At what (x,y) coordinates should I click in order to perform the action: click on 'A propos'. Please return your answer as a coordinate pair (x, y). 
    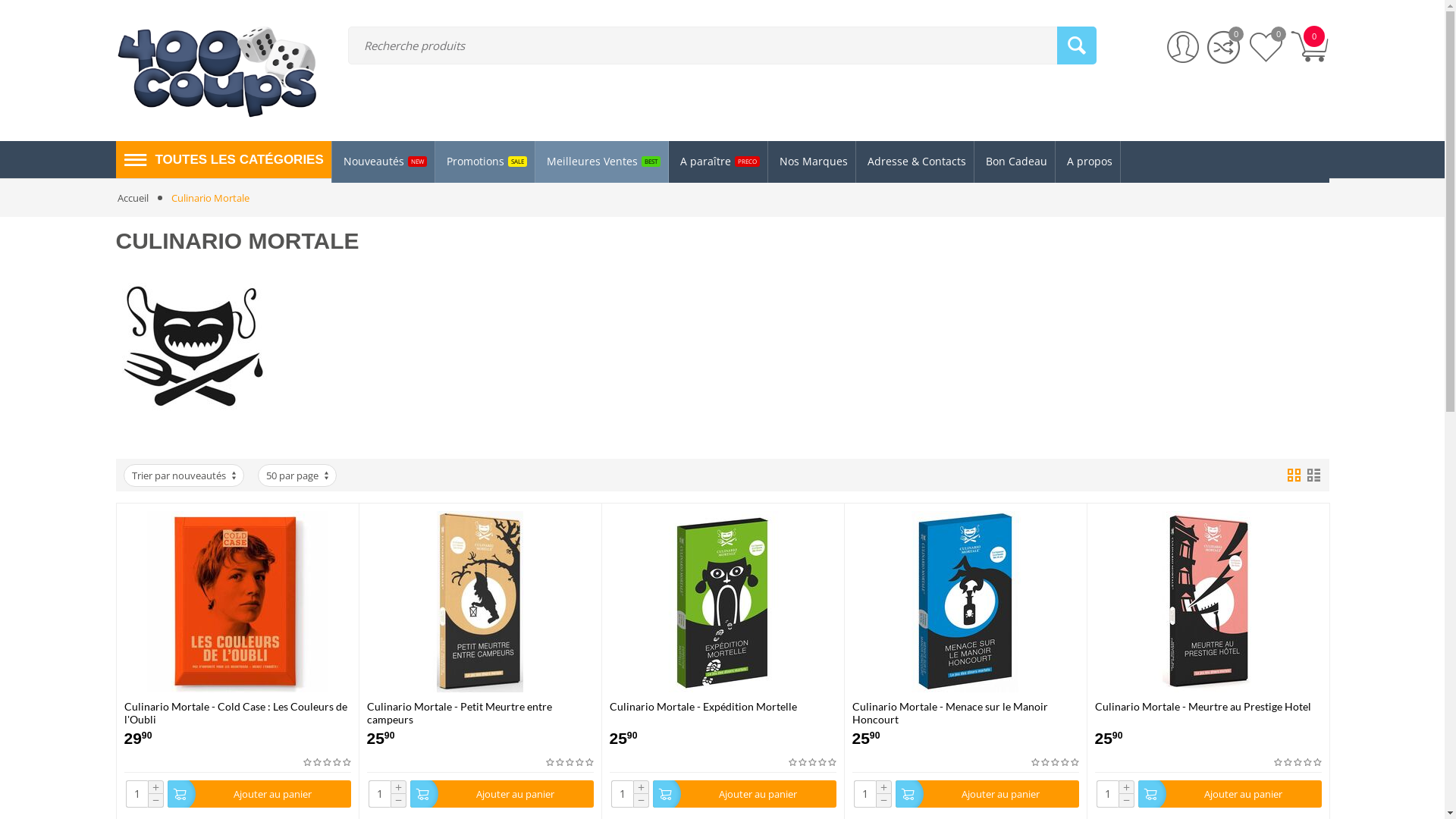
    Looking at the image, I should click on (1087, 162).